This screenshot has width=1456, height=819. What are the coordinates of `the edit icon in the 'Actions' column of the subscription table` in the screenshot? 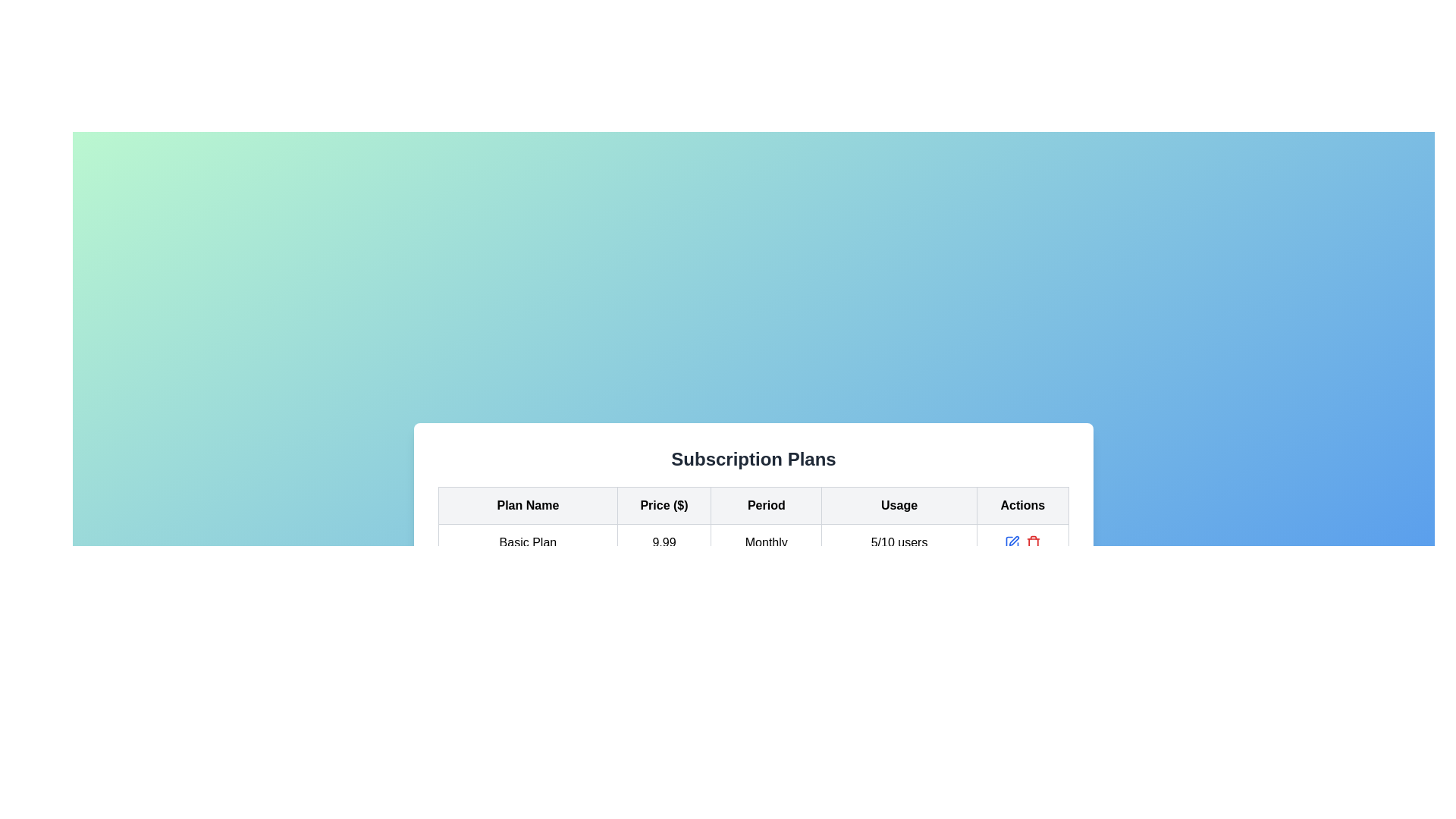 It's located at (1014, 540).